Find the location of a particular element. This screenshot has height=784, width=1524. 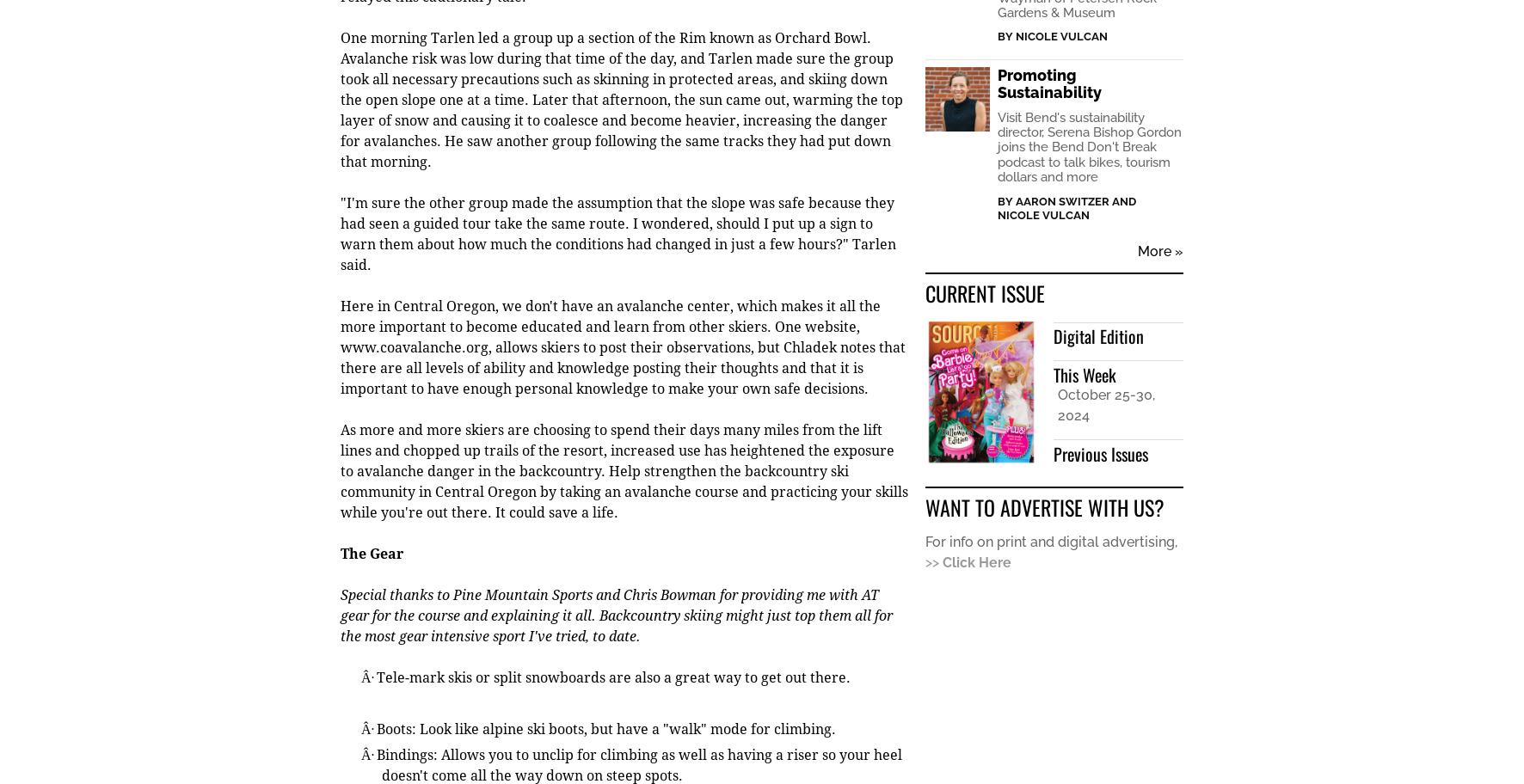

'By Aaron Switzer and Nicole Vulcan' is located at coordinates (996, 209).